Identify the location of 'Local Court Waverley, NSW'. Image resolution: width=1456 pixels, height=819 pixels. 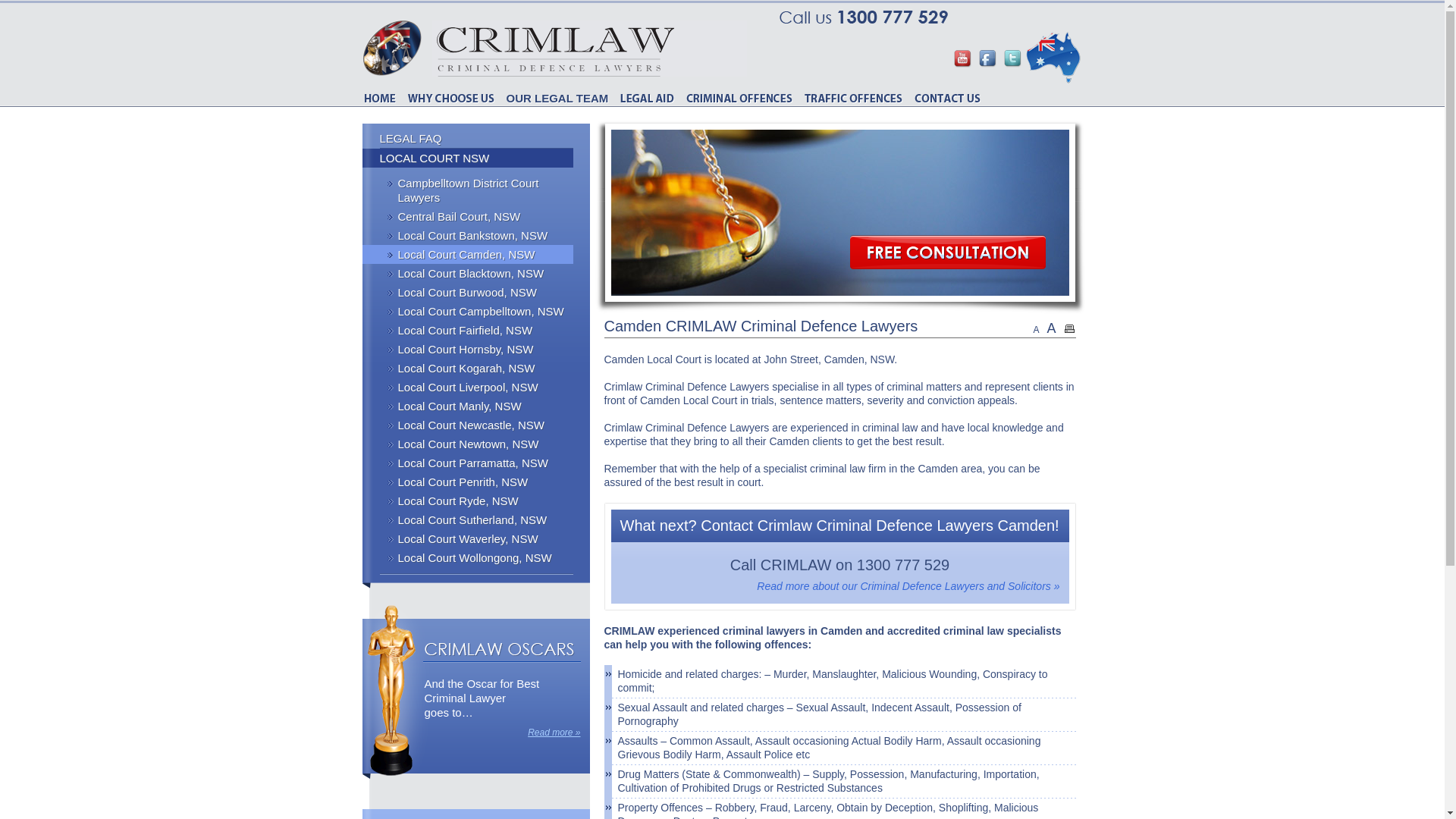
(467, 538).